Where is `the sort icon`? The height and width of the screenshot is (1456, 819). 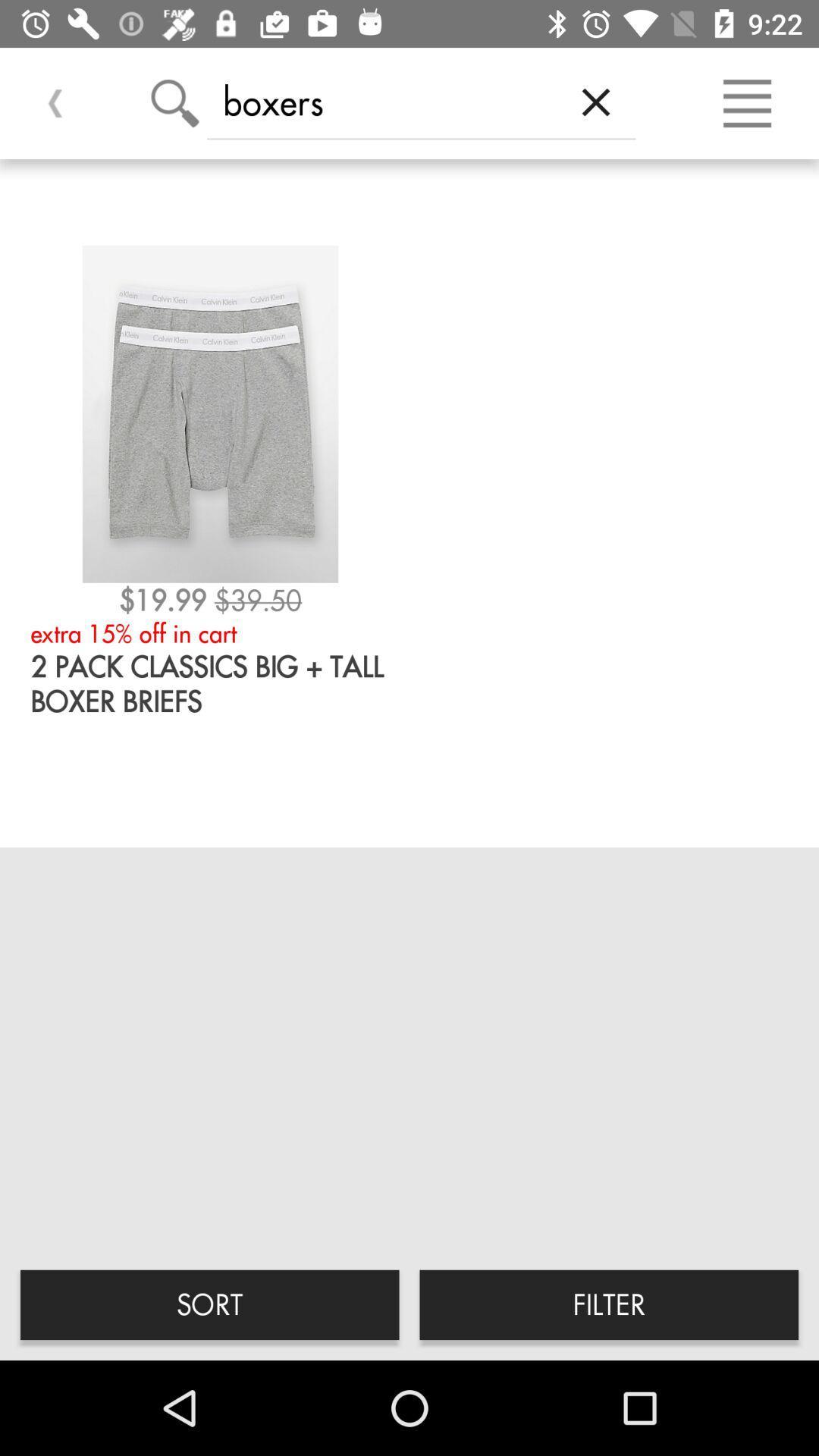 the sort icon is located at coordinates (209, 1304).